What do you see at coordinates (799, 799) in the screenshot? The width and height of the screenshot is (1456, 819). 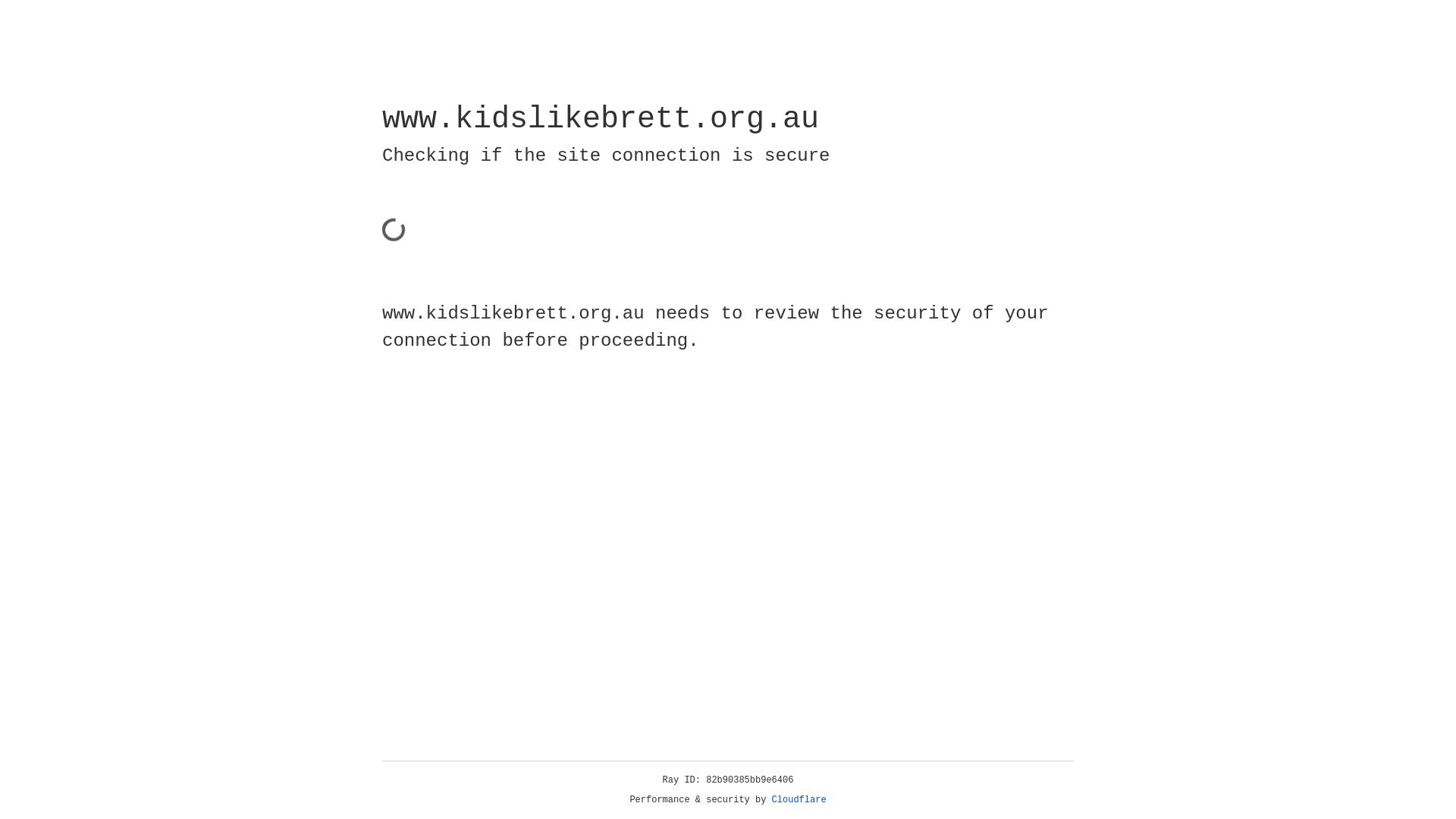 I see `'Cloudflare'` at bounding box center [799, 799].